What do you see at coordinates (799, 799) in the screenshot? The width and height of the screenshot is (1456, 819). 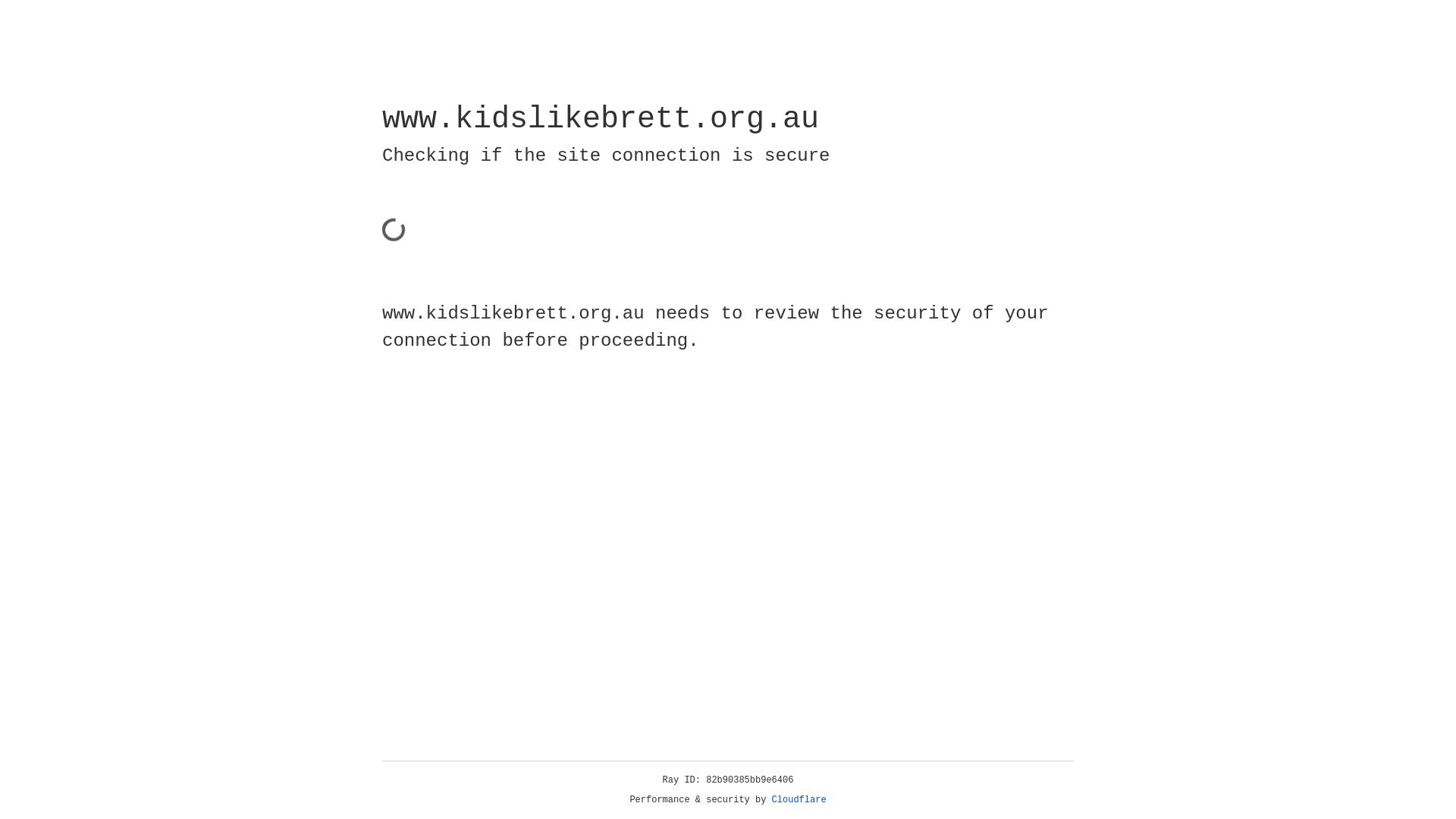 I see `'Cloudflare'` at bounding box center [799, 799].